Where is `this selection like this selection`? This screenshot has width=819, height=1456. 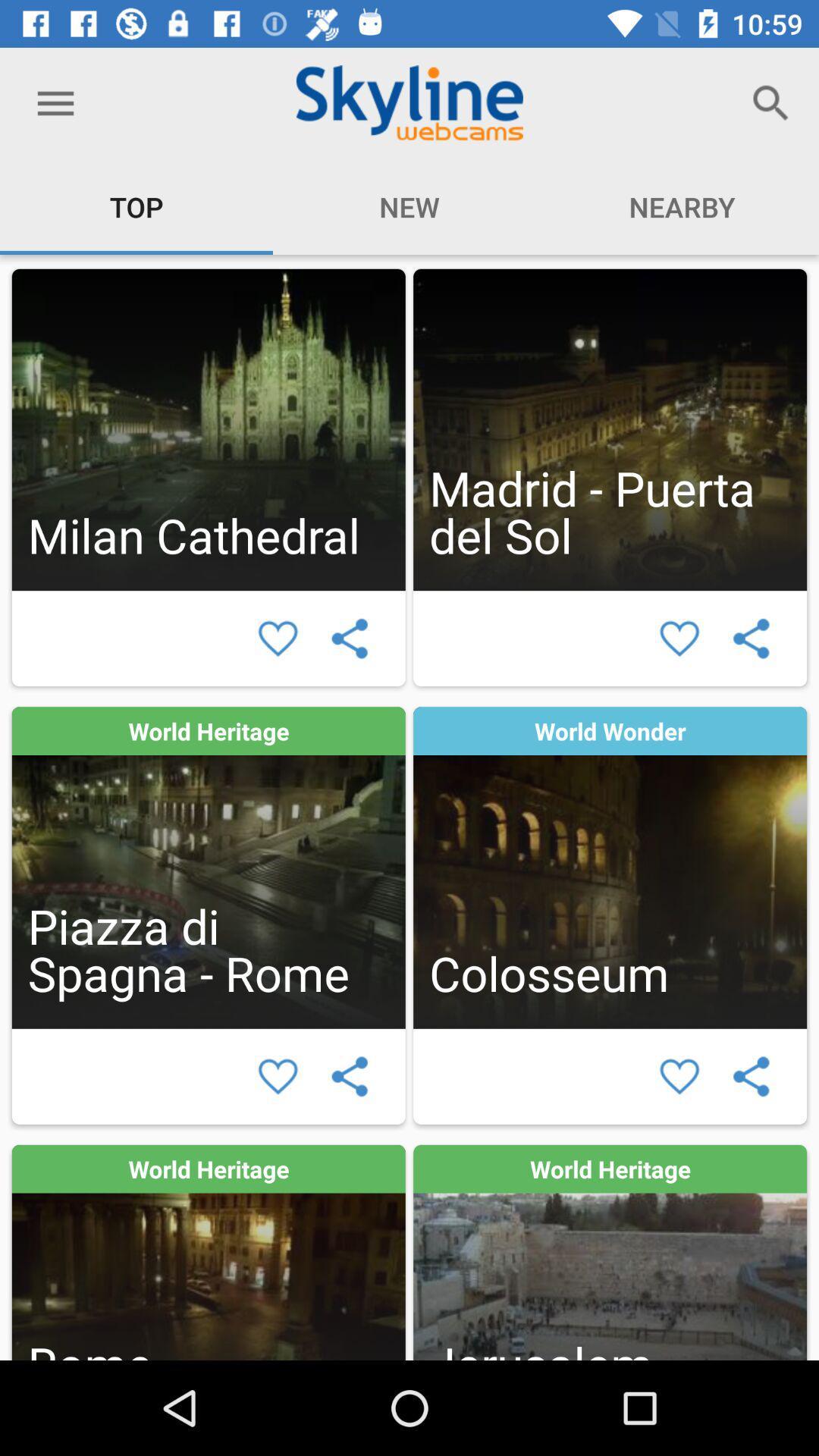 this selection like this selection is located at coordinates (679, 639).